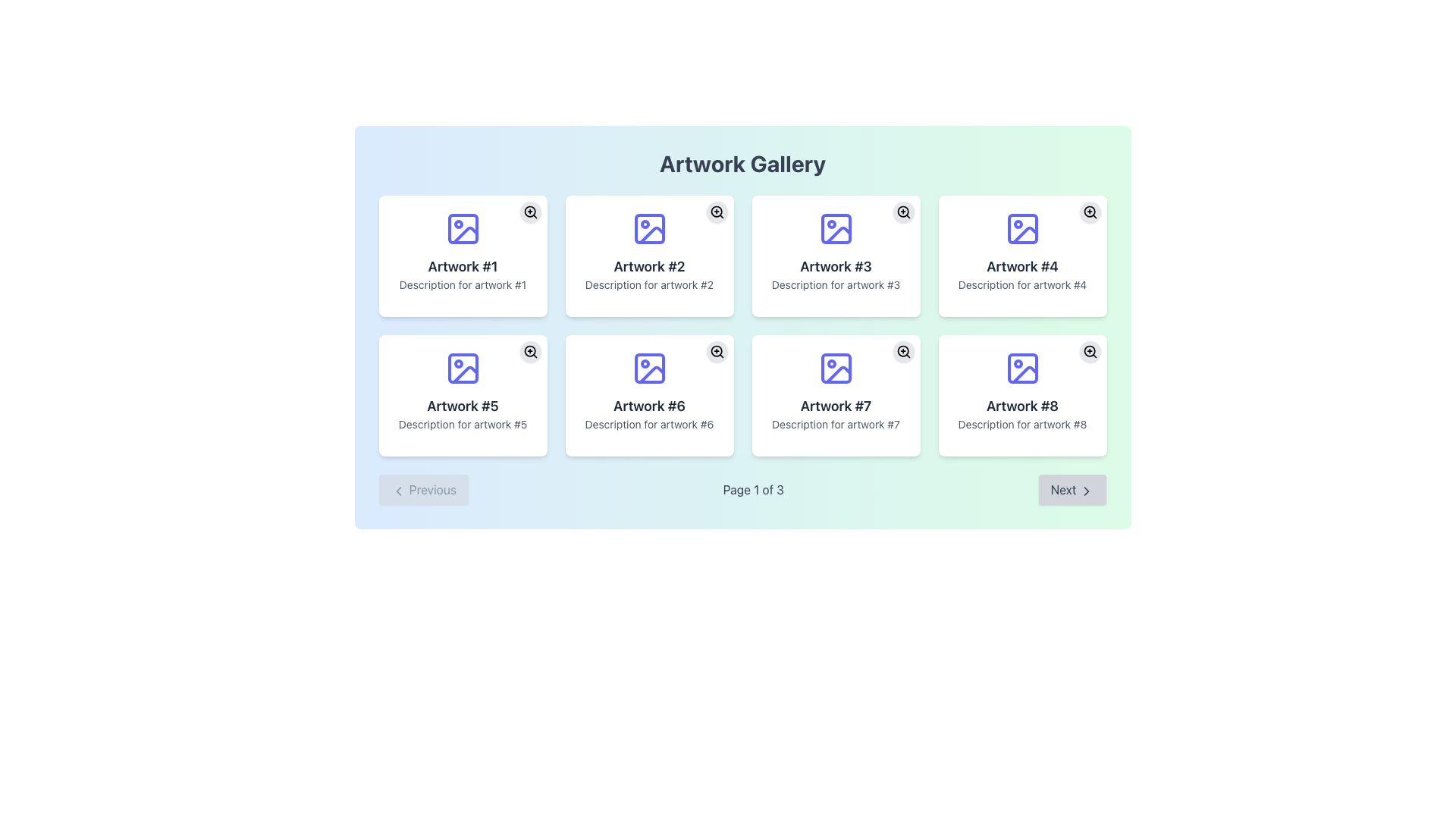  Describe the element at coordinates (462, 424) in the screenshot. I see `the text label that displays 'Description for artwork #5', which is styled with a small font size in gray and positioned beneath the title 'Artwork #5' inside a white card` at that location.